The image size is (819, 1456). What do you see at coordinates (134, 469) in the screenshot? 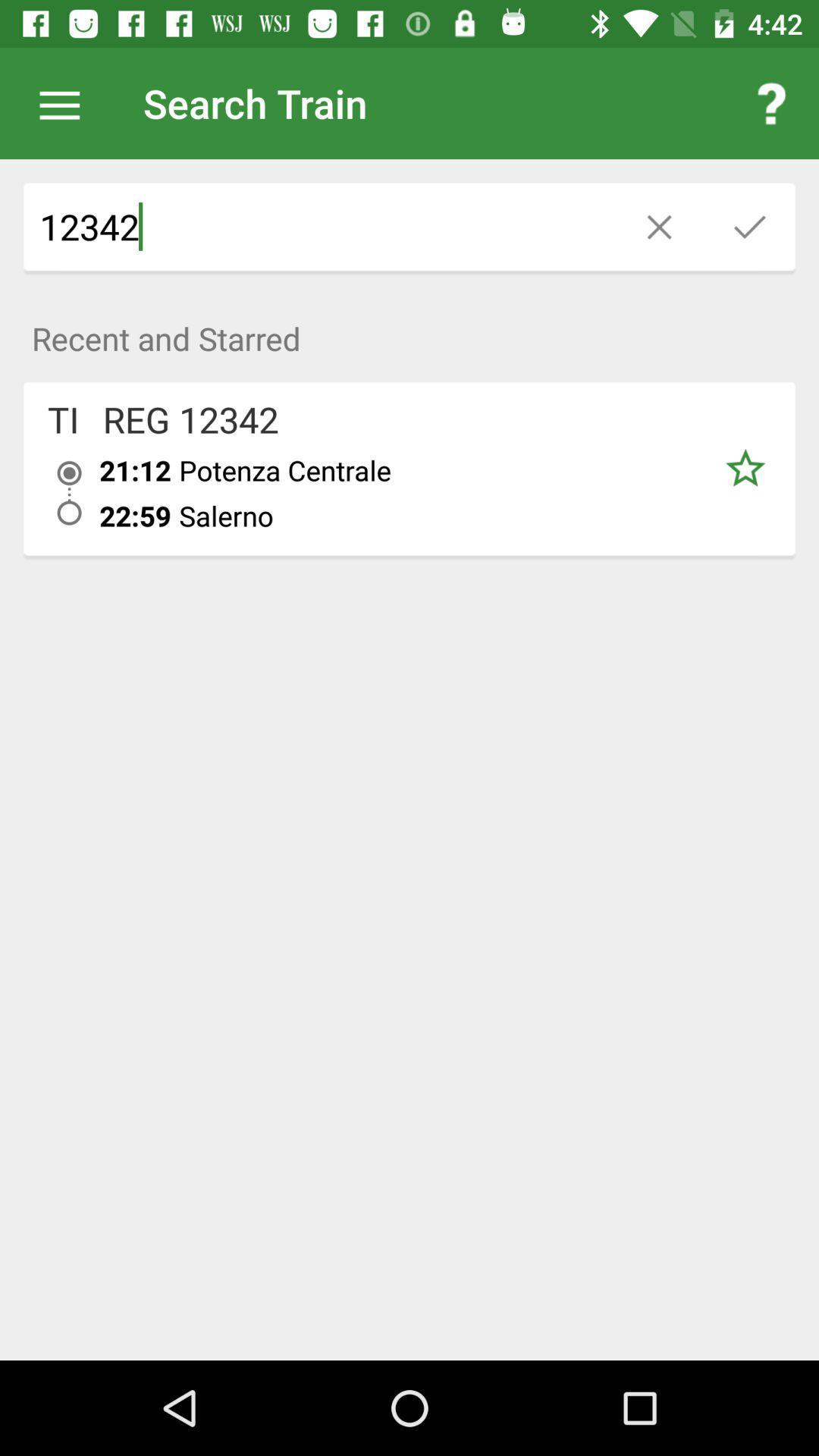
I see `the item below the reg 12342` at bounding box center [134, 469].